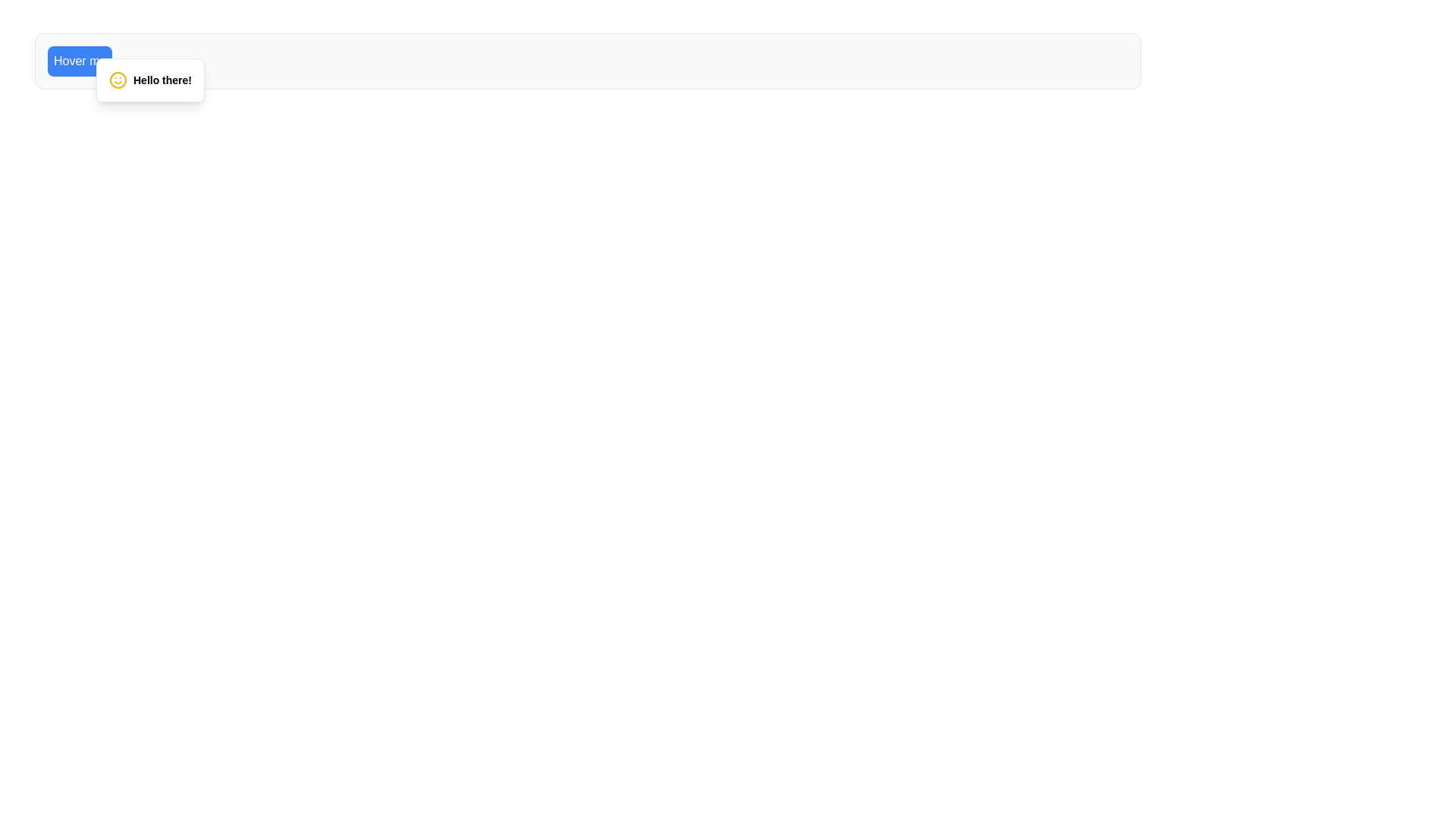 The width and height of the screenshot is (1456, 819). What do you see at coordinates (118, 80) in the screenshot?
I see `the yellow smiley icon styled as an outline, located beside the text 'Hello there!' in the contextual popup triggered by the blue 'Hover me' button` at bounding box center [118, 80].